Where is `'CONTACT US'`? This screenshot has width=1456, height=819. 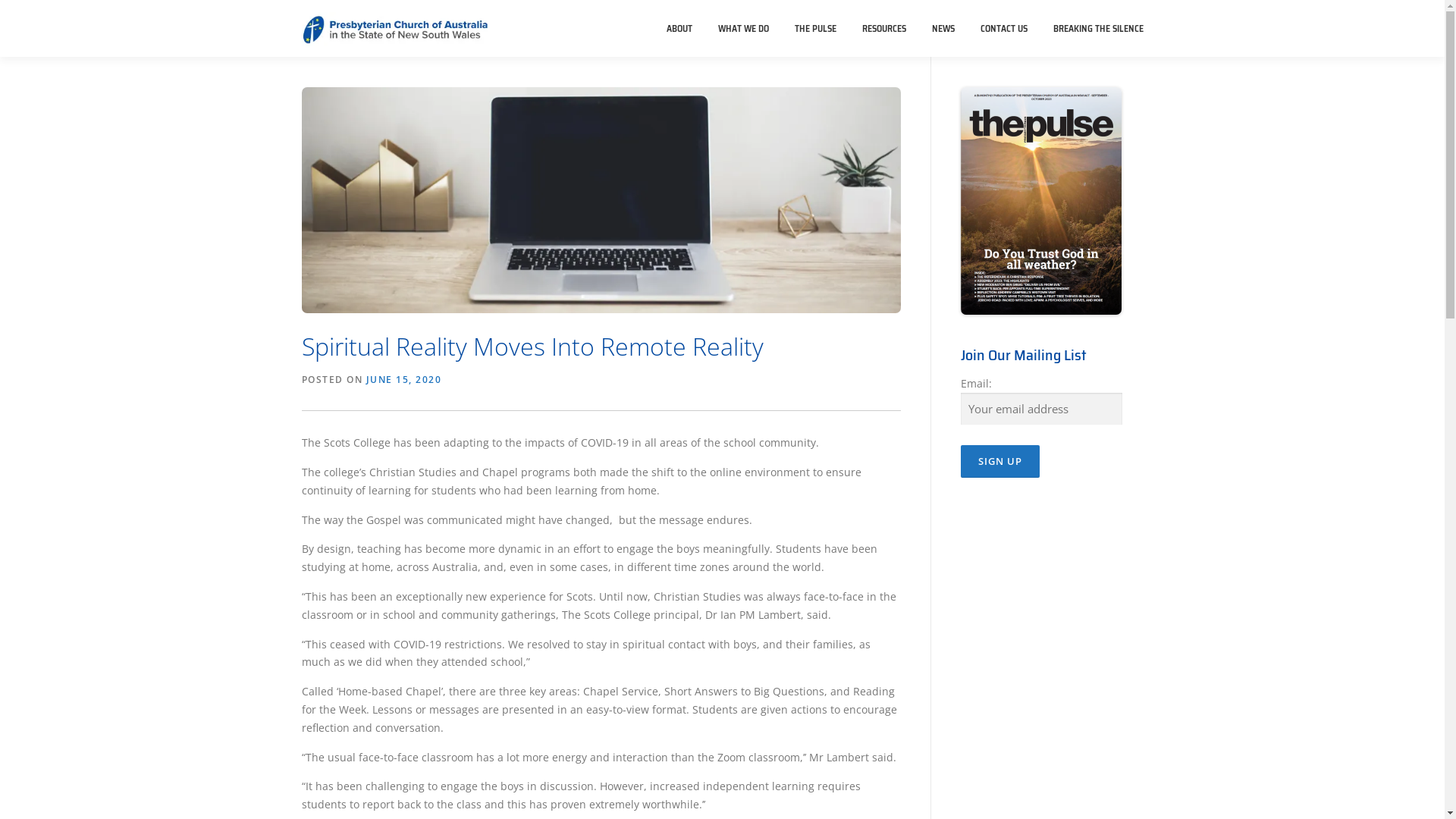 'CONTACT US' is located at coordinates (1004, 28).